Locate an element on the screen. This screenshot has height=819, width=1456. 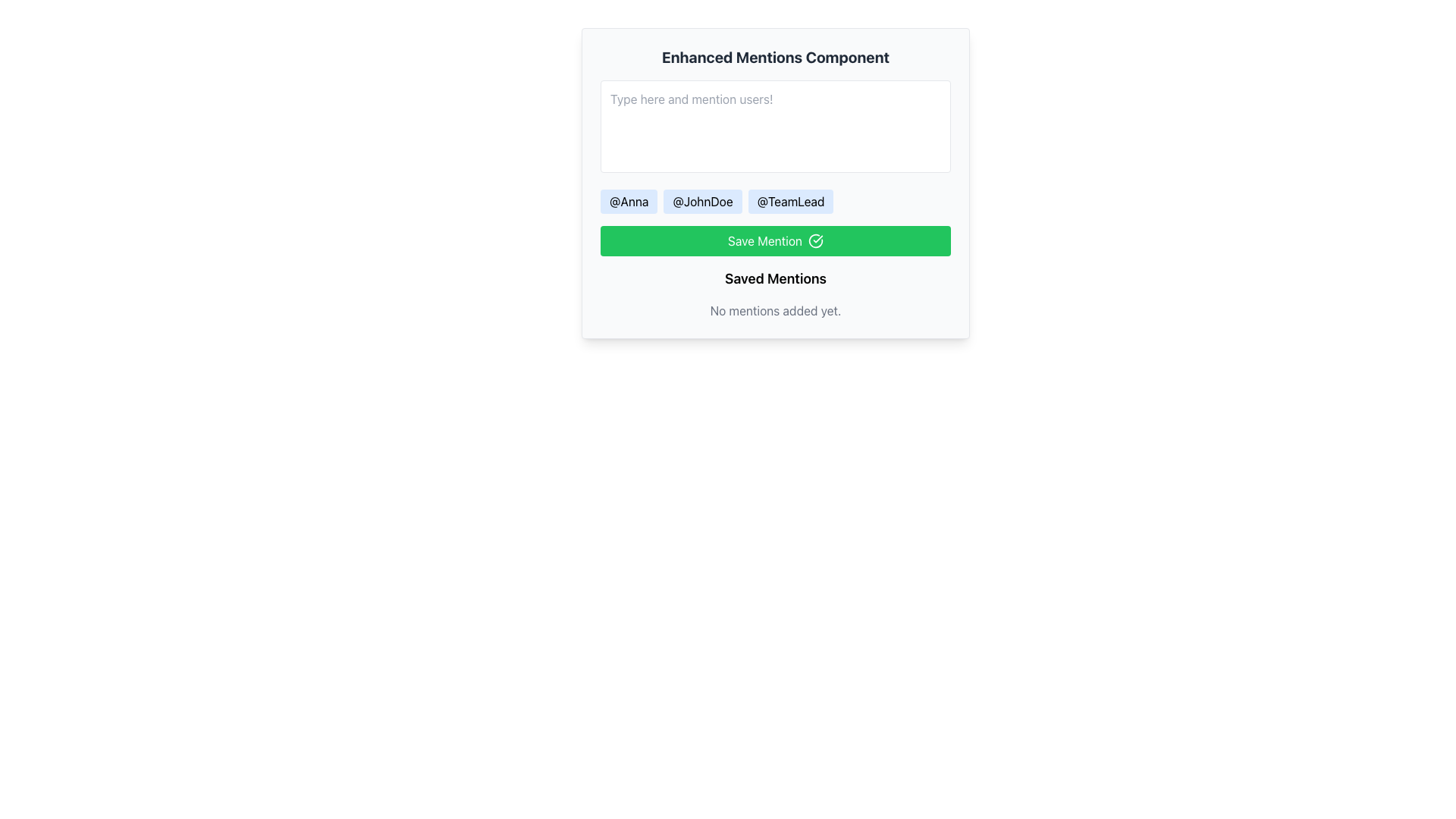
the text label that reads 'No mentions added yet.' which is styled in gray and located below the 'Saved Mentions' title in the 'Enhanced Mentions Component.' is located at coordinates (775, 309).